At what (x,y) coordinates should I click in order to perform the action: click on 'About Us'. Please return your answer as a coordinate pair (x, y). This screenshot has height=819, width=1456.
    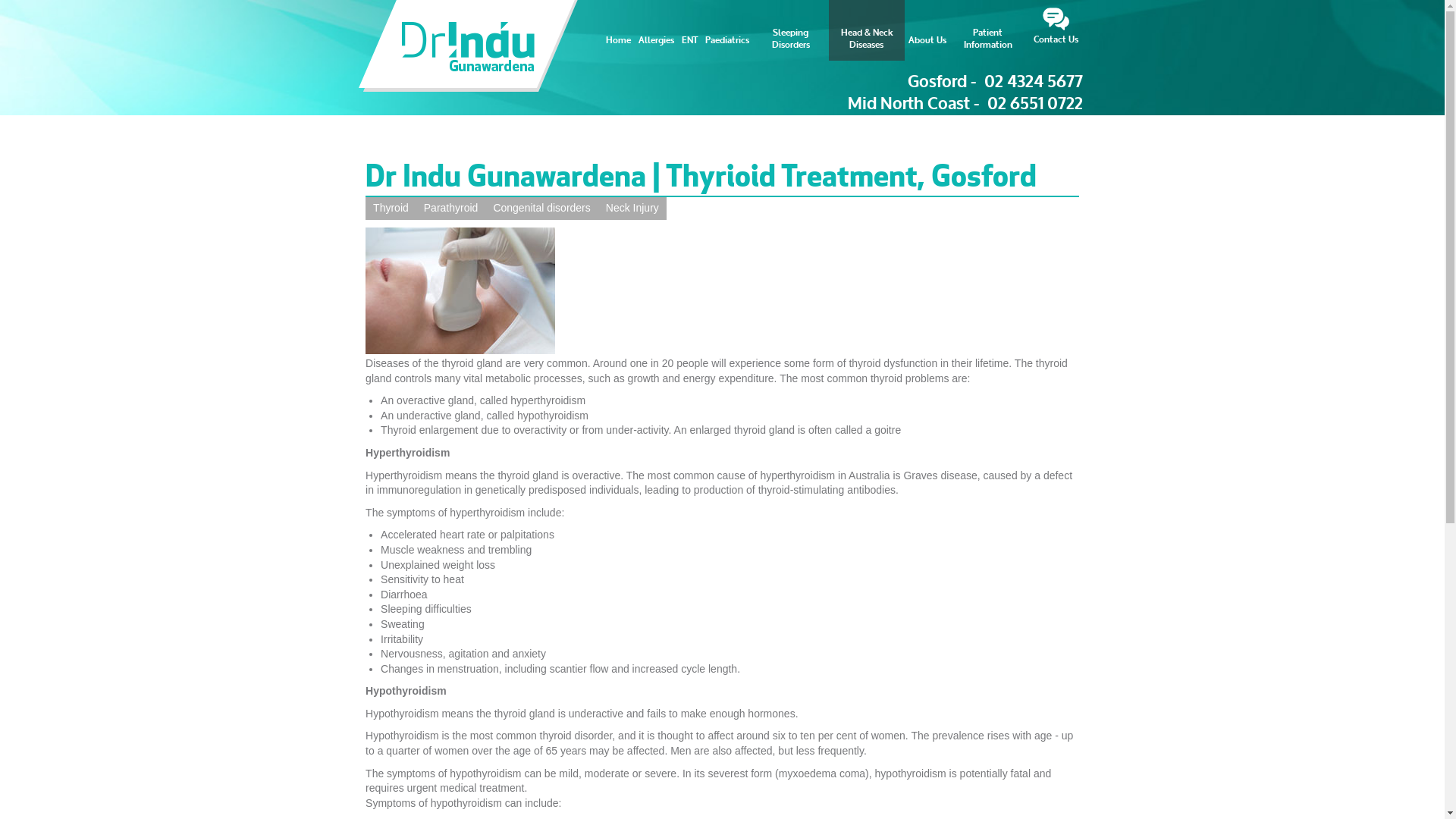
    Looking at the image, I should click on (903, 30).